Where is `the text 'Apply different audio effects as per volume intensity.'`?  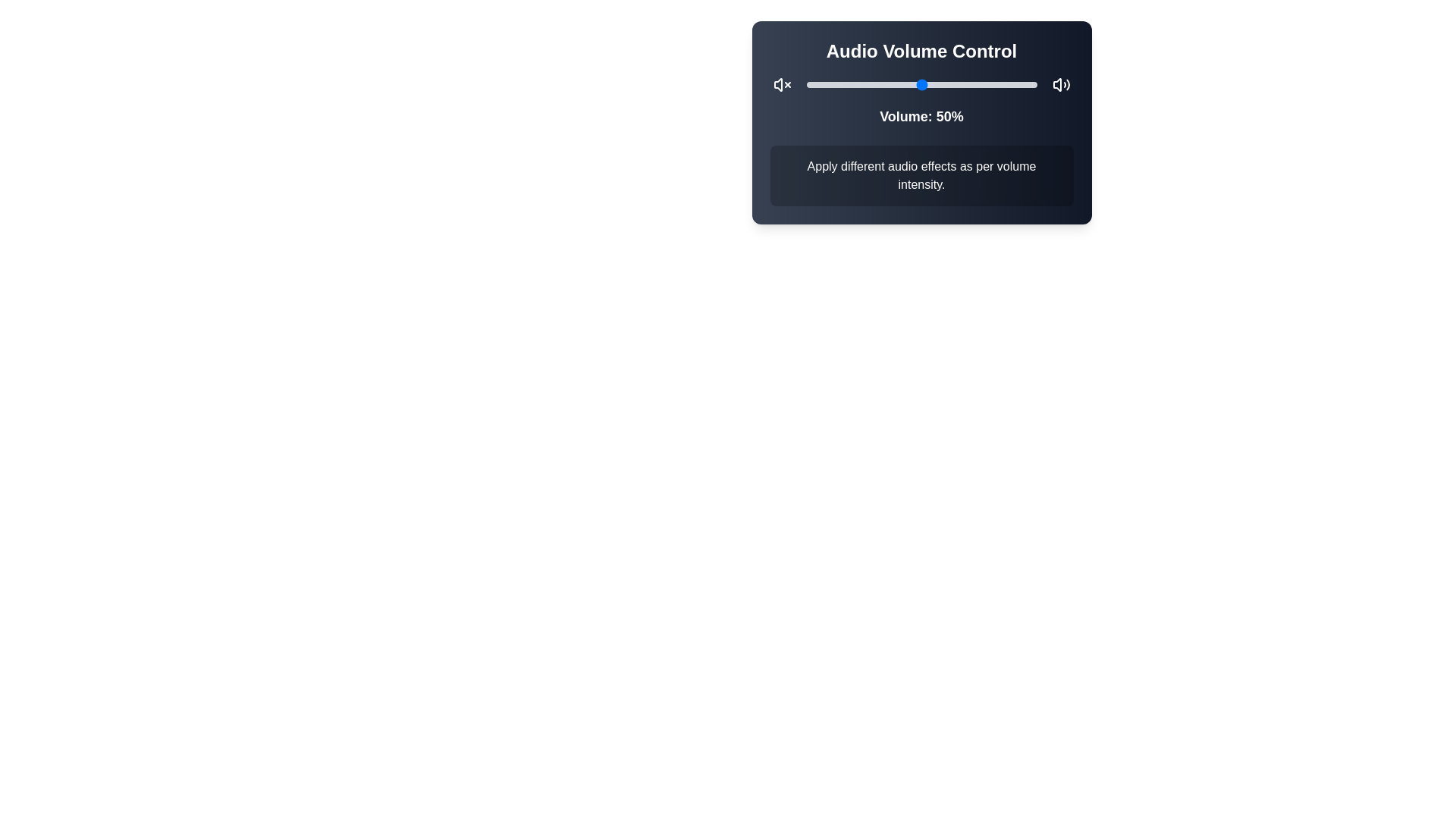 the text 'Apply different audio effects as per volume intensity.' is located at coordinates (921, 174).